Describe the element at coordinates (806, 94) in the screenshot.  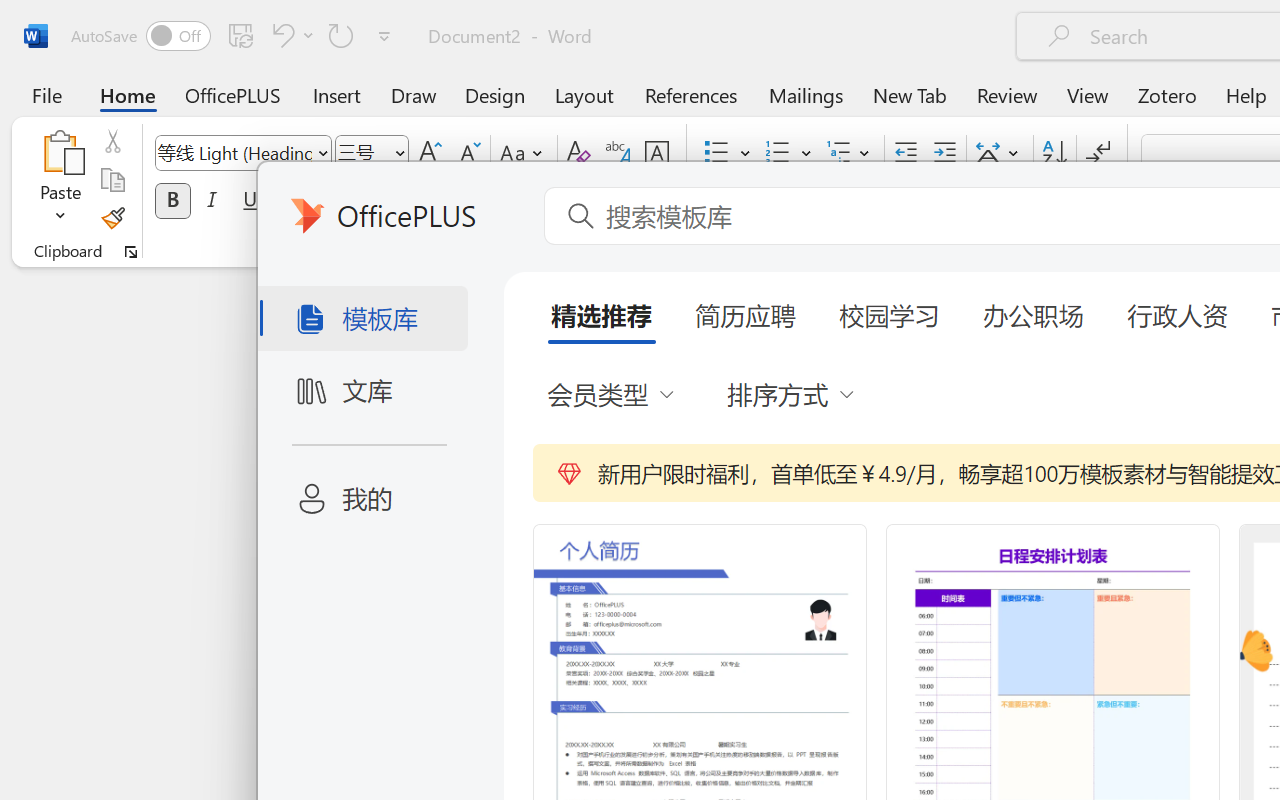
I see `'Mailings'` at that location.